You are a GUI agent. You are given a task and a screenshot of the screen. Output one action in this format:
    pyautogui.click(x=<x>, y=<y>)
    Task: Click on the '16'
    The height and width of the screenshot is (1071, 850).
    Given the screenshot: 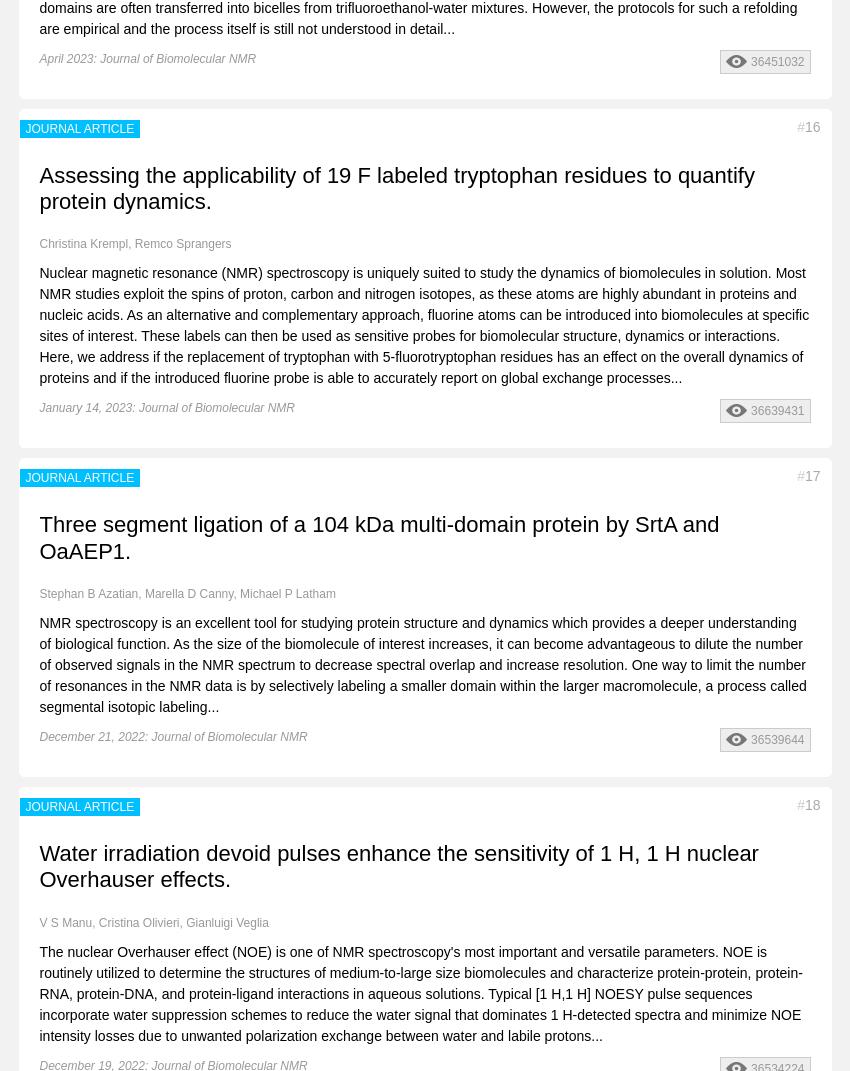 What is the action you would take?
    pyautogui.click(x=812, y=125)
    